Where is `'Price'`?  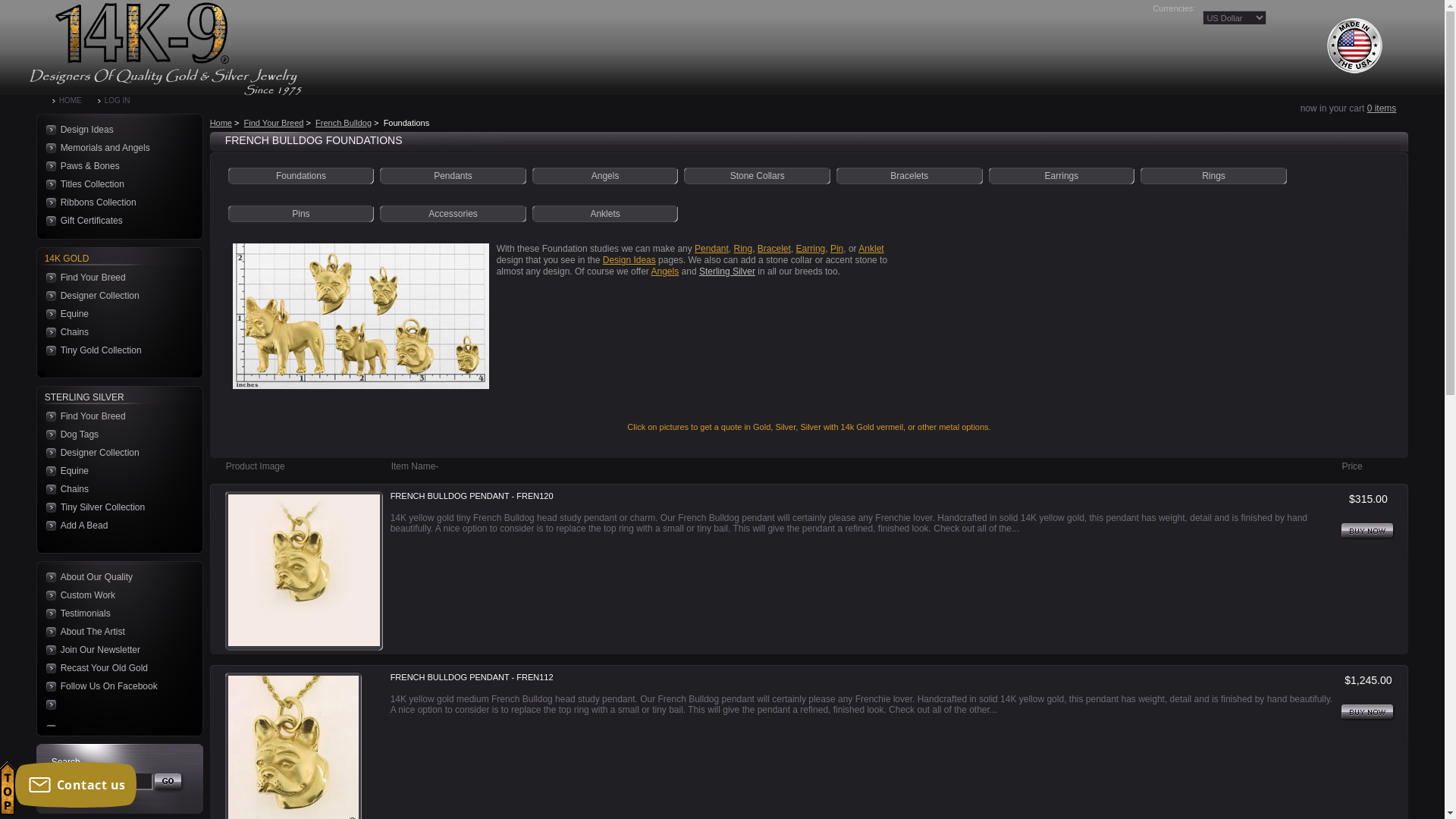
'Price' is located at coordinates (1351, 465).